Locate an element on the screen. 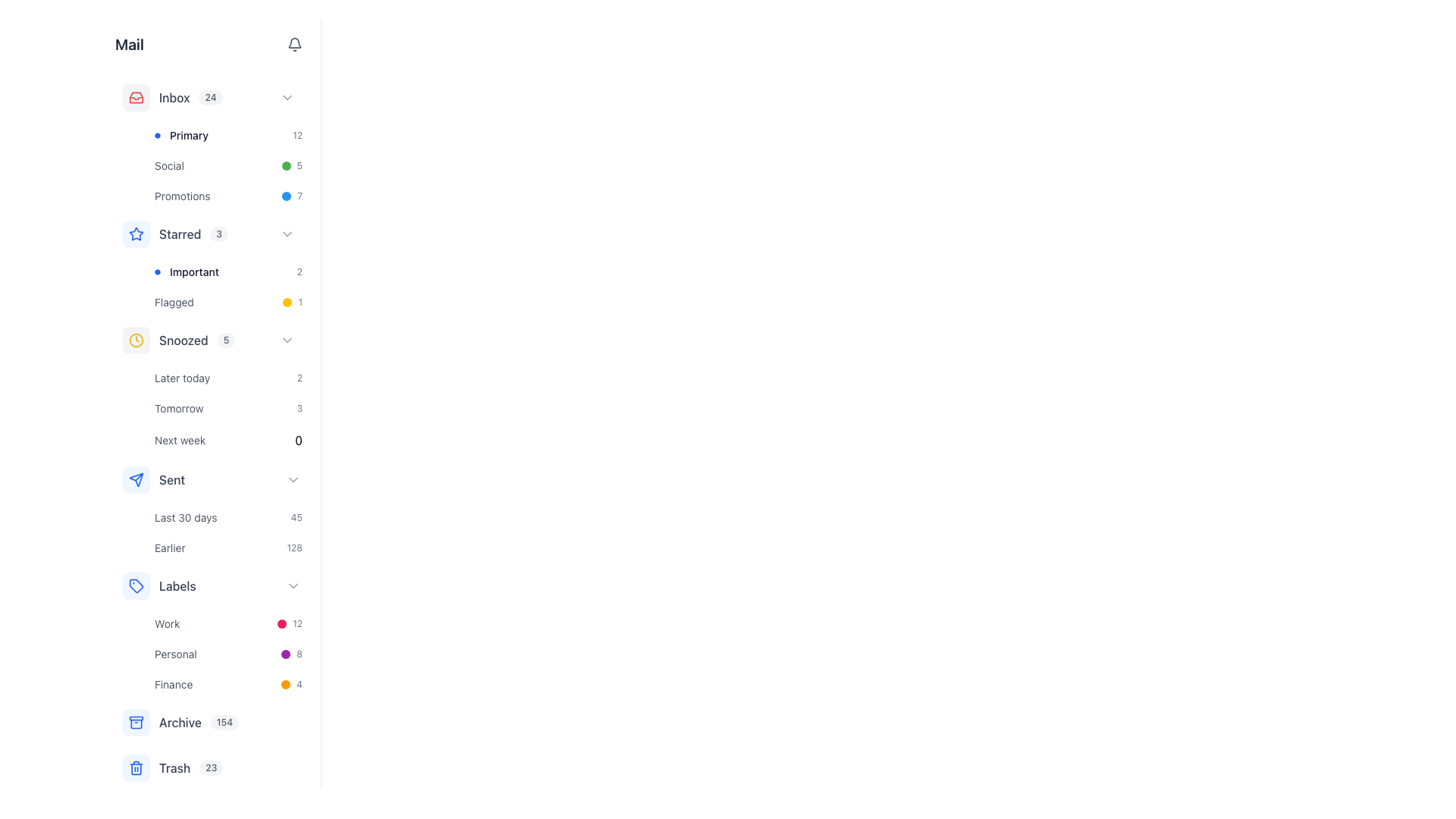  the 'Snoozed' sidebar menu item with a badge displaying '5' is located at coordinates (196, 339).